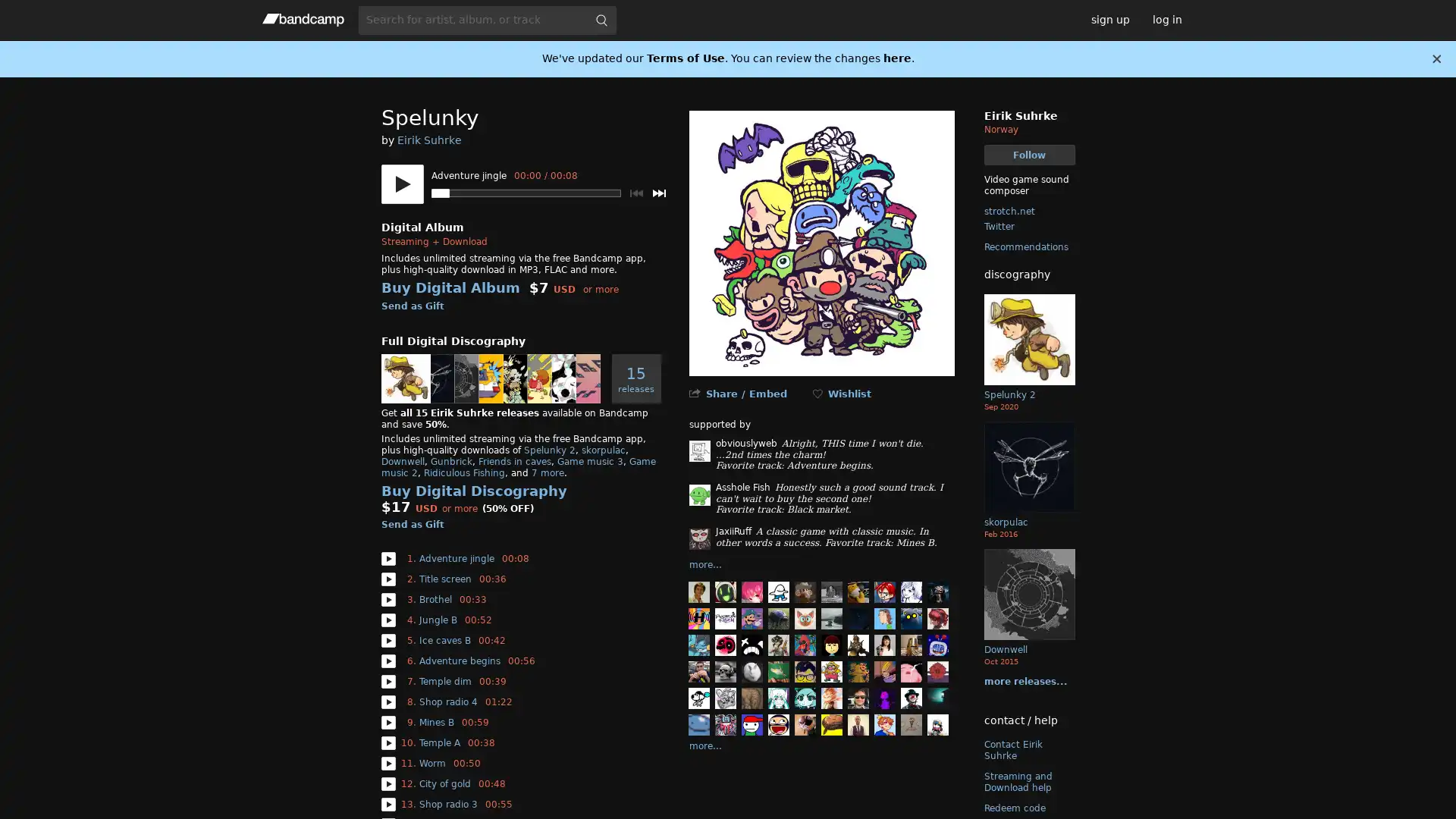 The height and width of the screenshot is (819, 1456). What do you see at coordinates (388, 579) in the screenshot?
I see `Play Title screen` at bounding box center [388, 579].